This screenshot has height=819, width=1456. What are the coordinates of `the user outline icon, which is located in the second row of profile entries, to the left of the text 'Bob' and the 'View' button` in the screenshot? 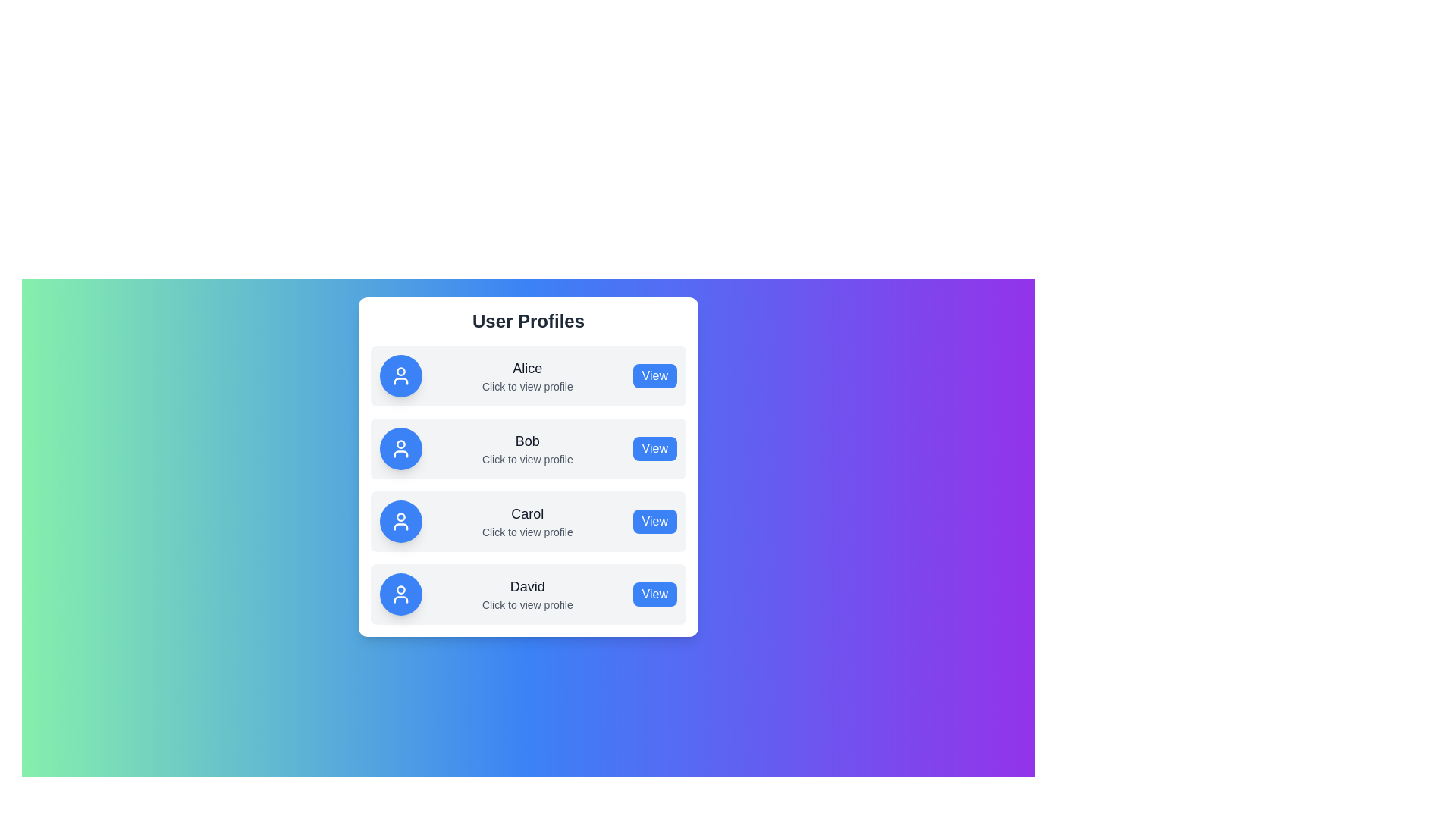 It's located at (400, 447).